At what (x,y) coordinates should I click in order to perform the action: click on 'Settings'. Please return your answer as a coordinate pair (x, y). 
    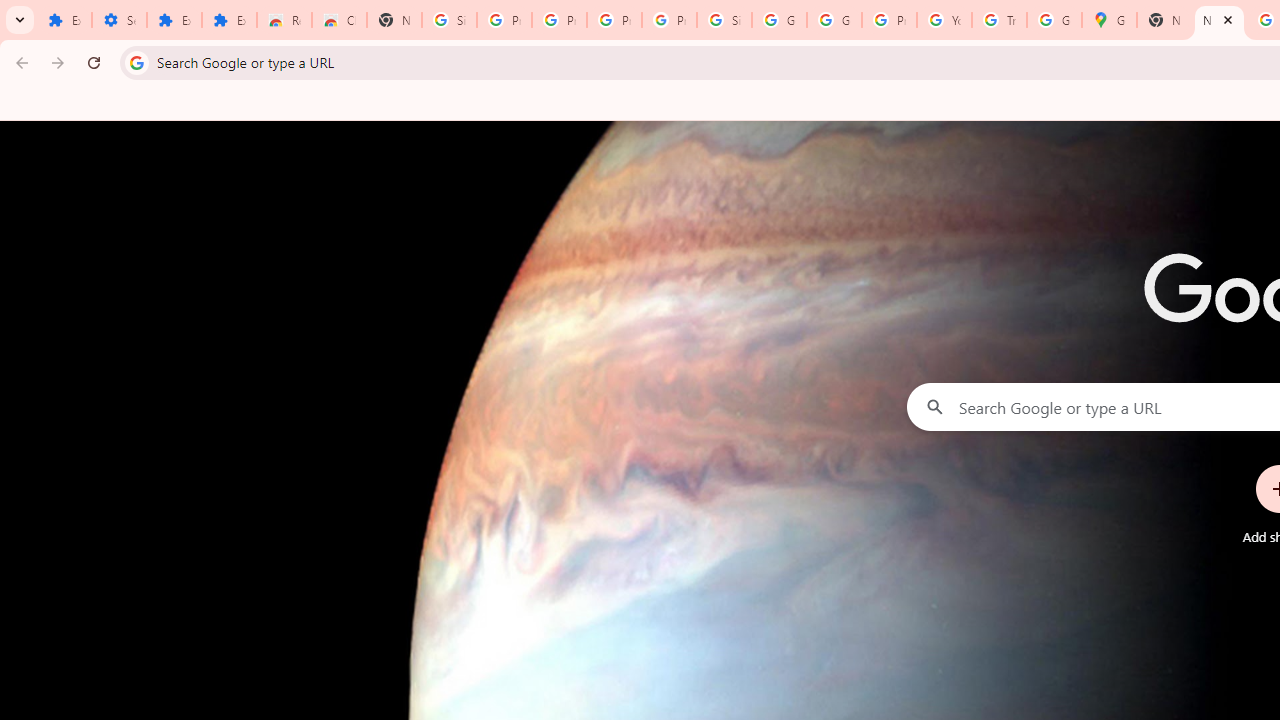
    Looking at the image, I should click on (118, 20).